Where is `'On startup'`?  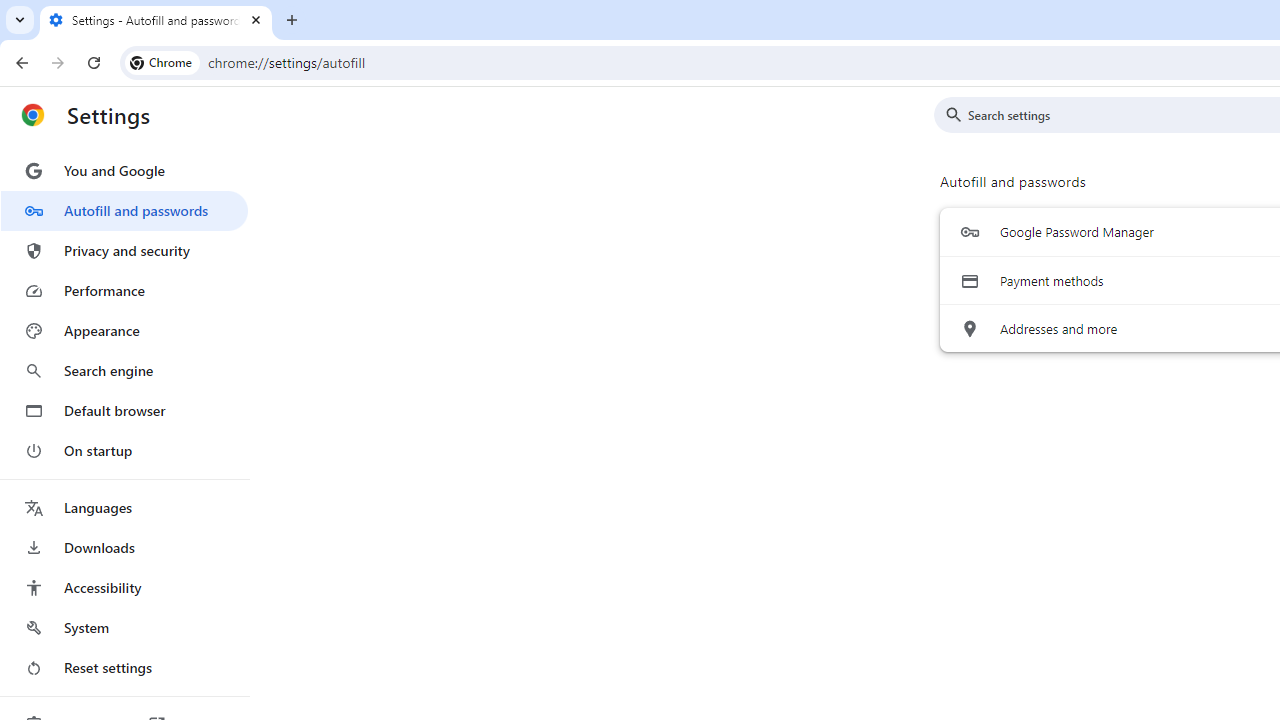 'On startup' is located at coordinates (123, 451).